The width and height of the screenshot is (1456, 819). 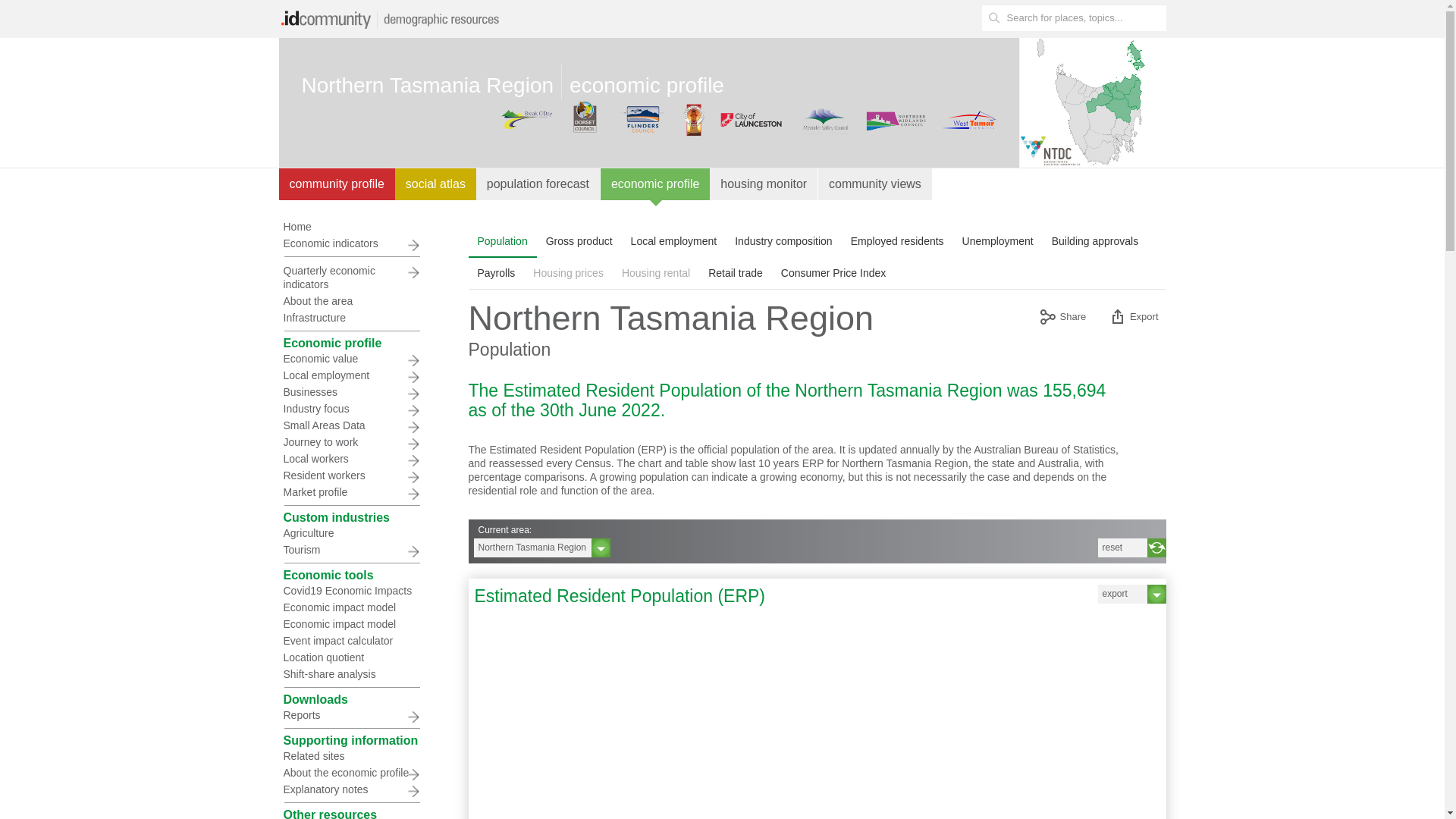 What do you see at coordinates (764, 184) in the screenshot?
I see `'housing monitor'` at bounding box center [764, 184].